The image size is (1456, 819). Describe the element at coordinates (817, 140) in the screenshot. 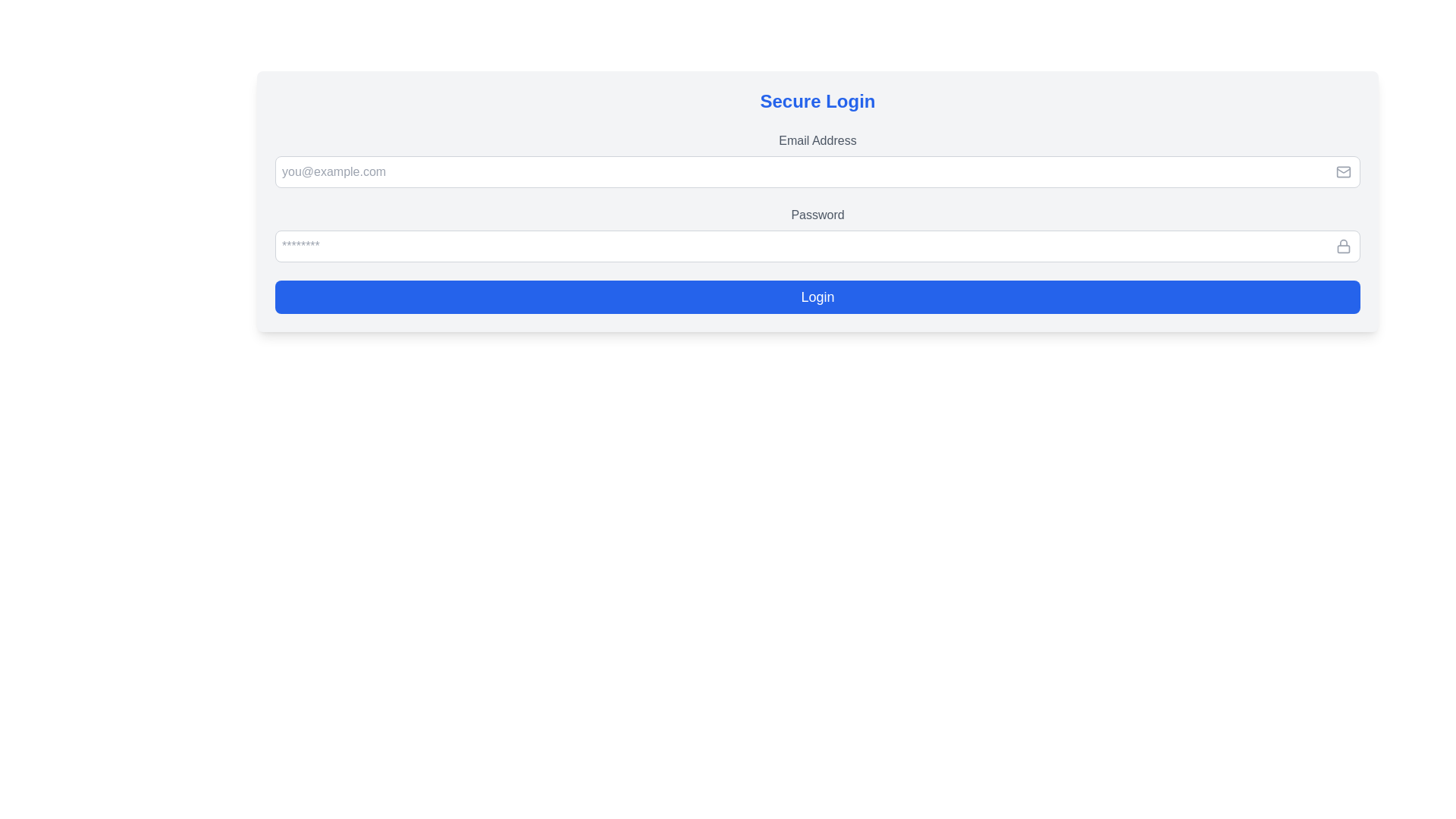

I see `the 'Email Address' label text, which is styled in gray and positioned above the email input field in the form` at that location.